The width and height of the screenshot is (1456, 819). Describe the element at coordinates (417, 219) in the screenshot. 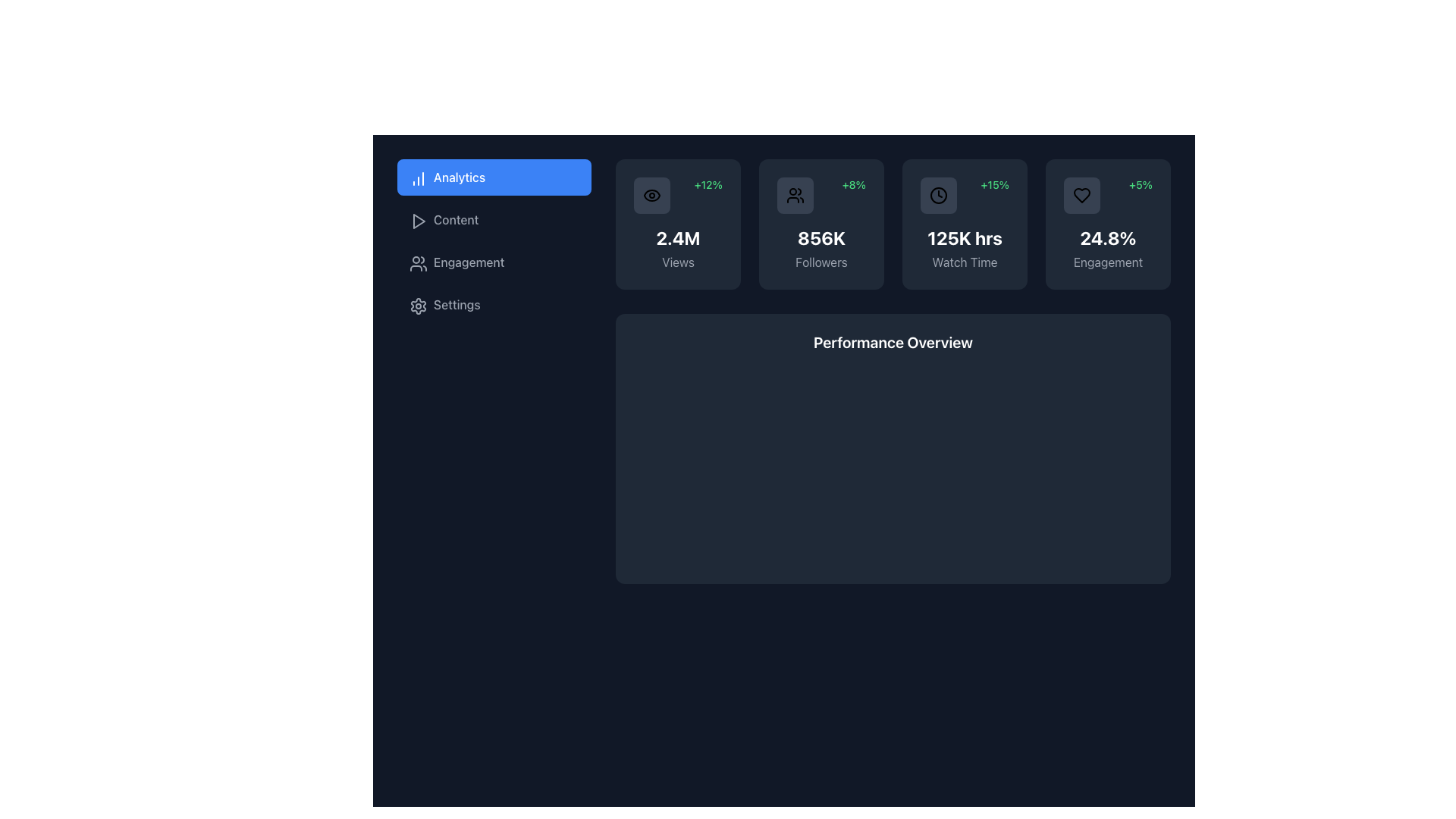

I see `the play icon shaped as a triangle within a circular boundary located beside the 'Content' label in the left sidebar navigation menu` at that location.